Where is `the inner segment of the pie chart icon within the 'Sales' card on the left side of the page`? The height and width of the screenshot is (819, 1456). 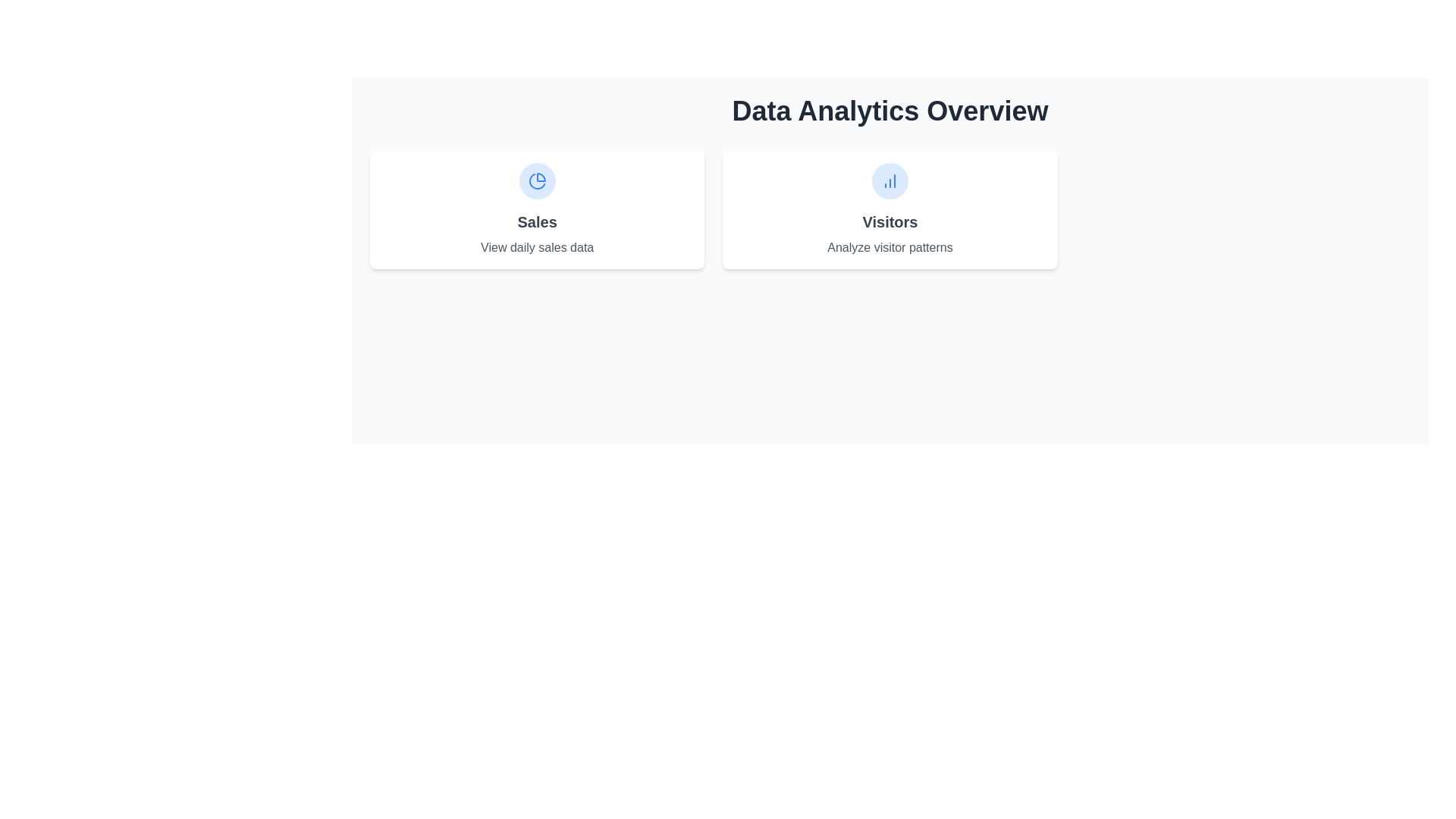 the inner segment of the pie chart icon within the 'Sales' card on the left side of the page is located at coordinates (541, 177).